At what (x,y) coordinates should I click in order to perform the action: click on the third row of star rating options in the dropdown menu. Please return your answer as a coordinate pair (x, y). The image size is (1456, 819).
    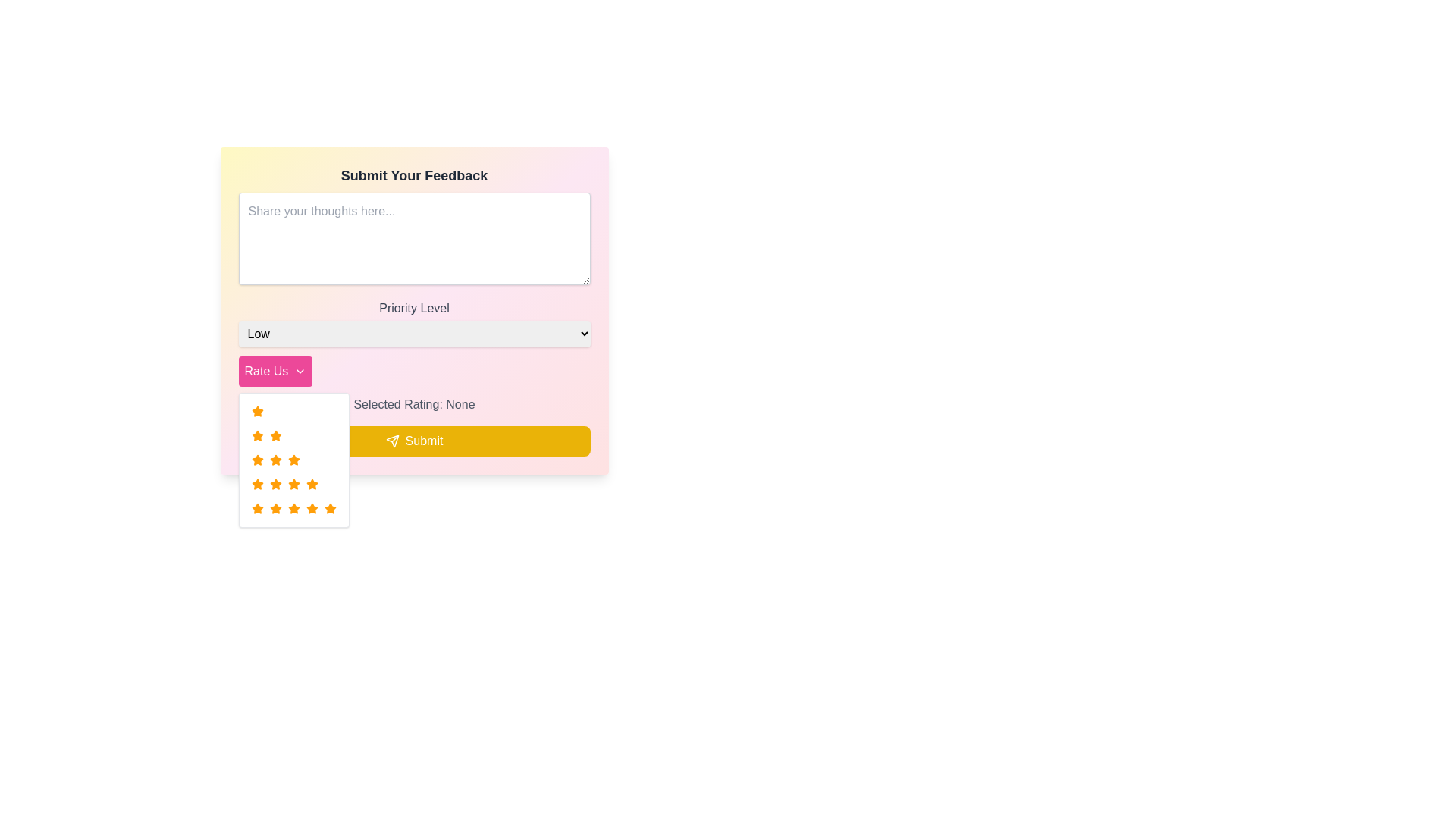
    Looking at the image, I should click on (293, 459).